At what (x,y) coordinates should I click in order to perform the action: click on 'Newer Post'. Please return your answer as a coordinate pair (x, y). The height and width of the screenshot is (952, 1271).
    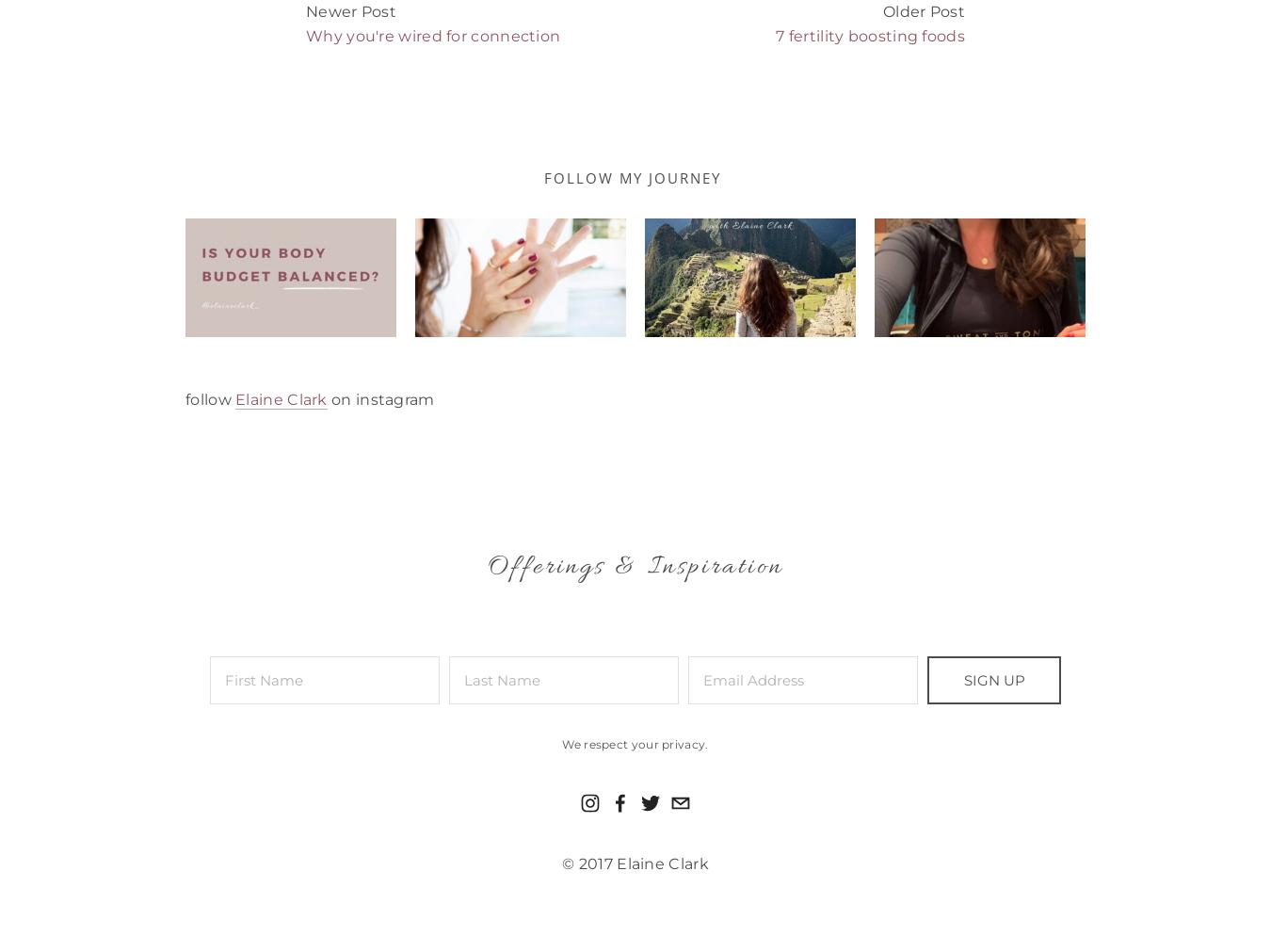
    Looking at the image, I should click on (351, 10).